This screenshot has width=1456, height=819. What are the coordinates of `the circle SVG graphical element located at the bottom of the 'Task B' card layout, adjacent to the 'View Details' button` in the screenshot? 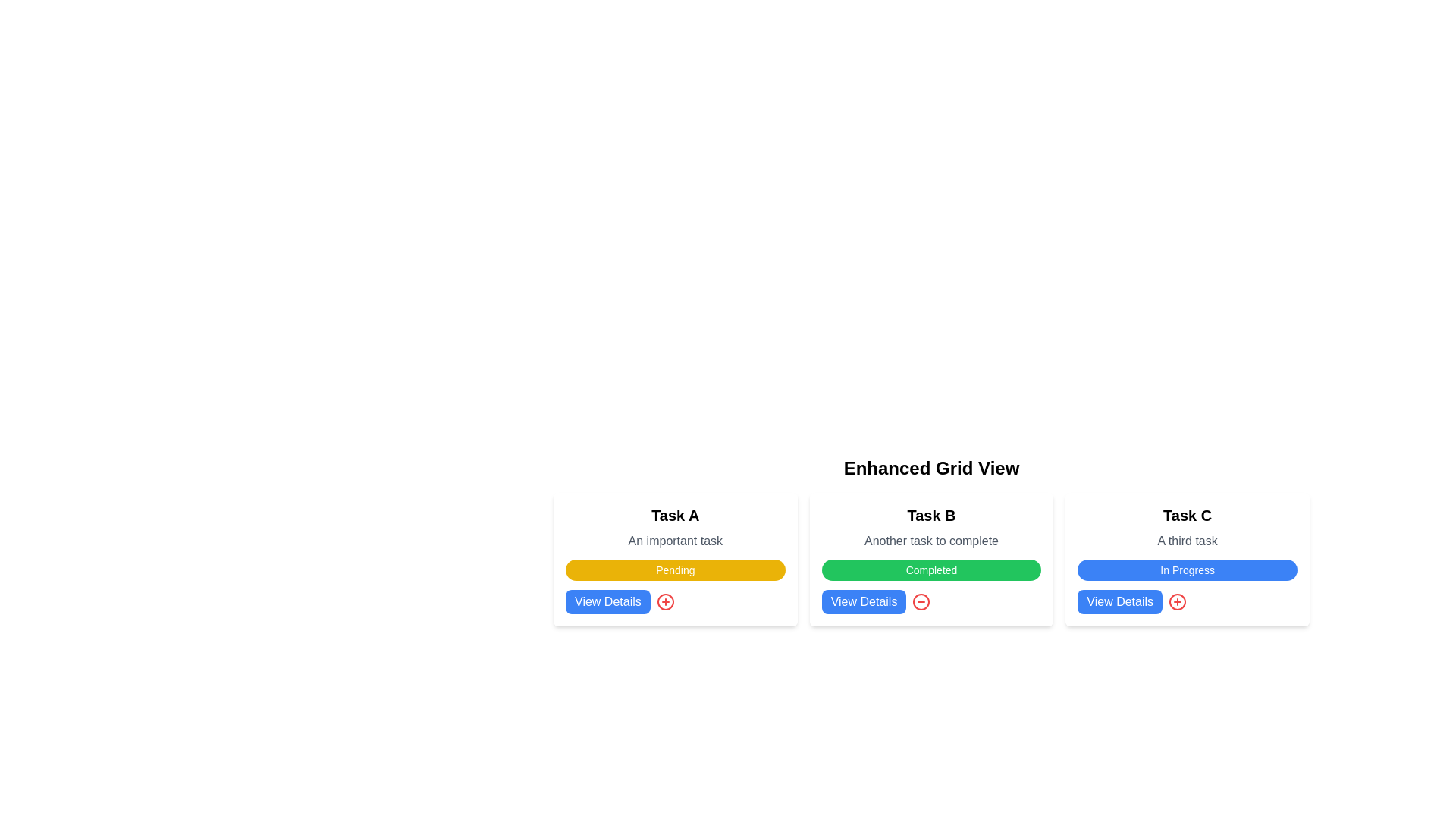 It's located at (921, 601).